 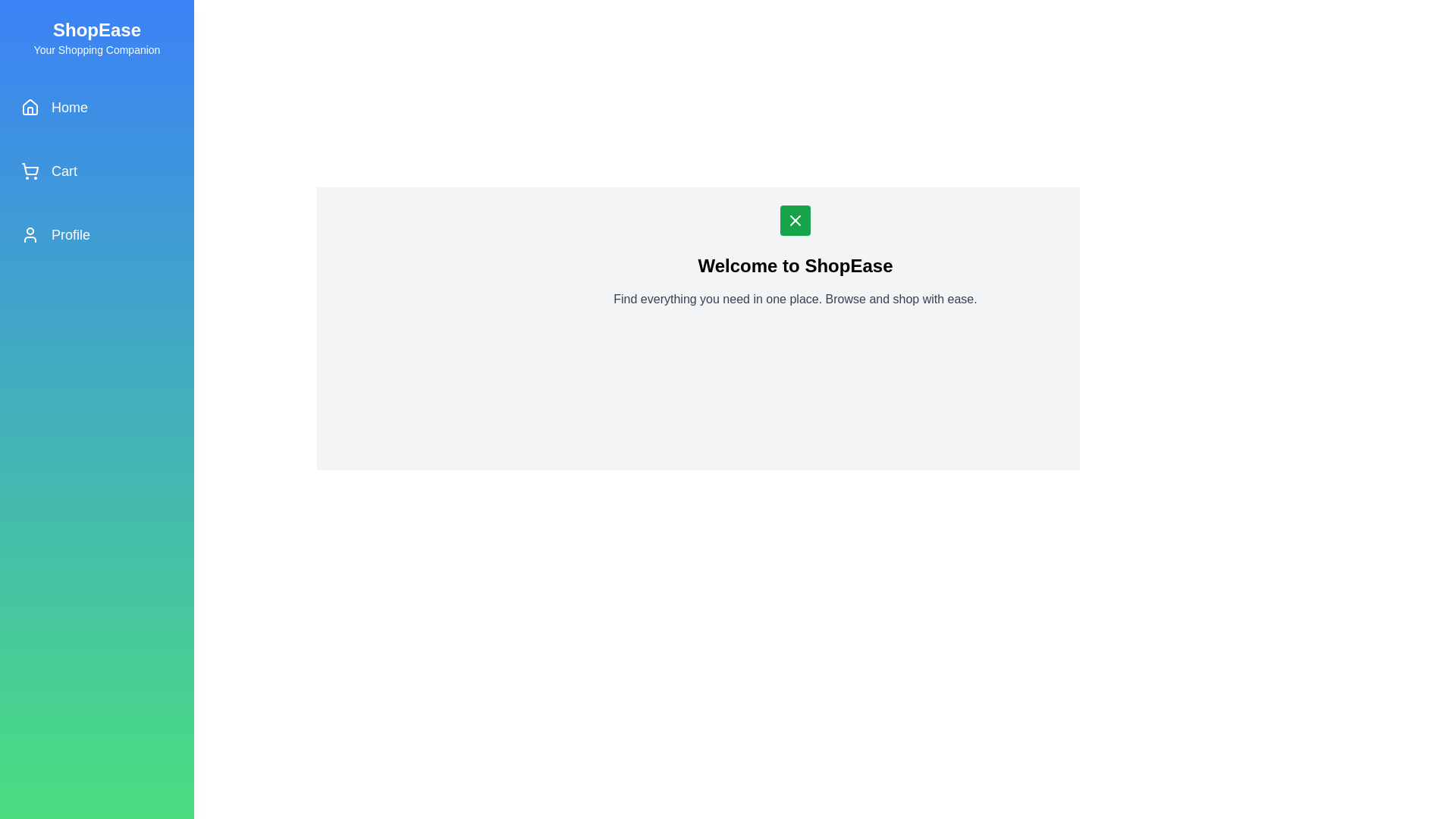 What do you see at coordinates (96, 49) in the screenshot?
I see `the text label providing a subtitle or descriptive tagline associated with 'ShopEase', located directly below the 'ShopEase' header in the sidebar area` at bounding box center [96, 49].